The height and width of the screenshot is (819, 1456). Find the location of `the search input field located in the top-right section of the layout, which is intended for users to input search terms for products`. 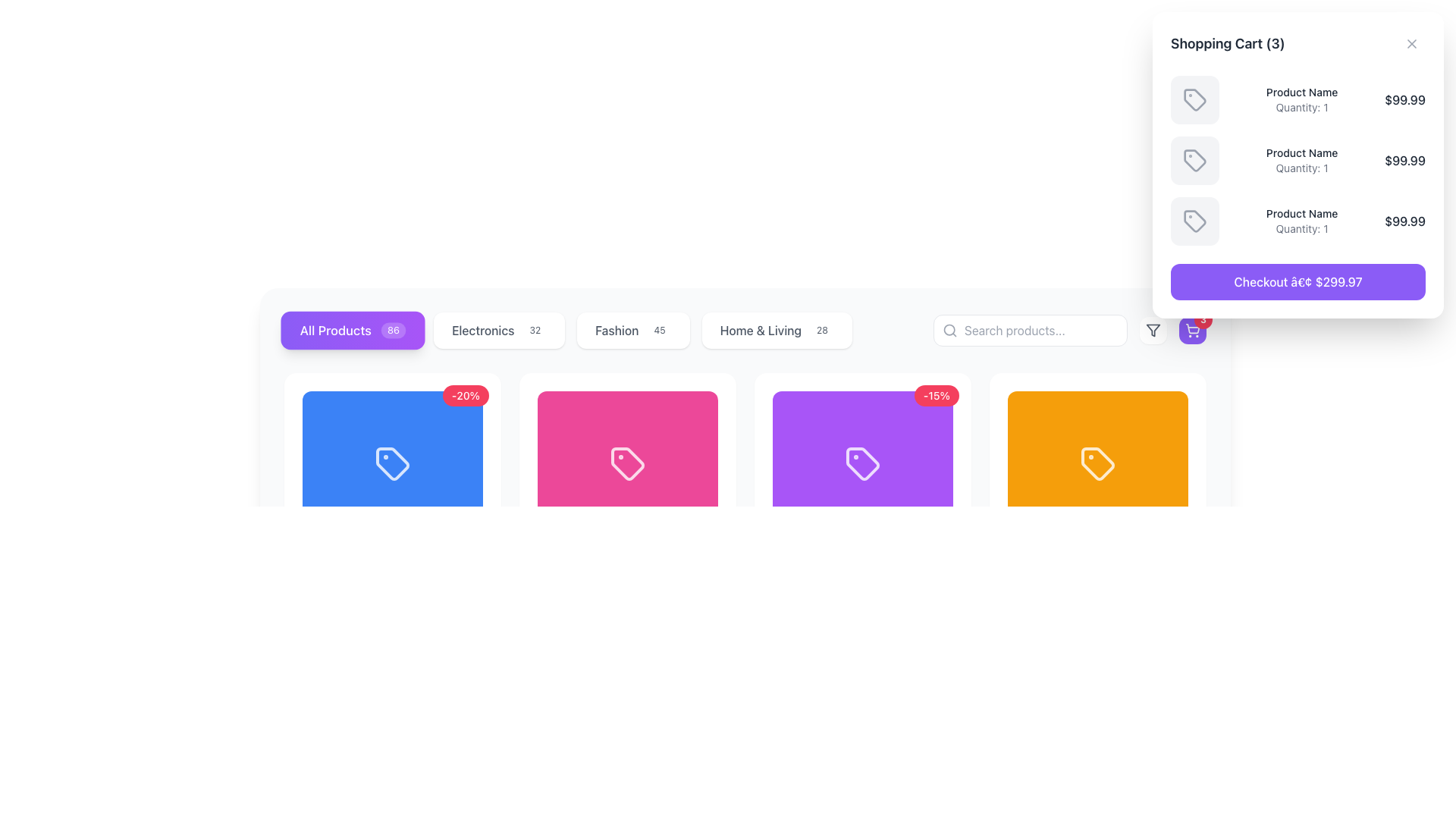

the search input field located in the top-right section of the layout, which is intended for users to input search terms for products is located at coordinates (1069, 329).